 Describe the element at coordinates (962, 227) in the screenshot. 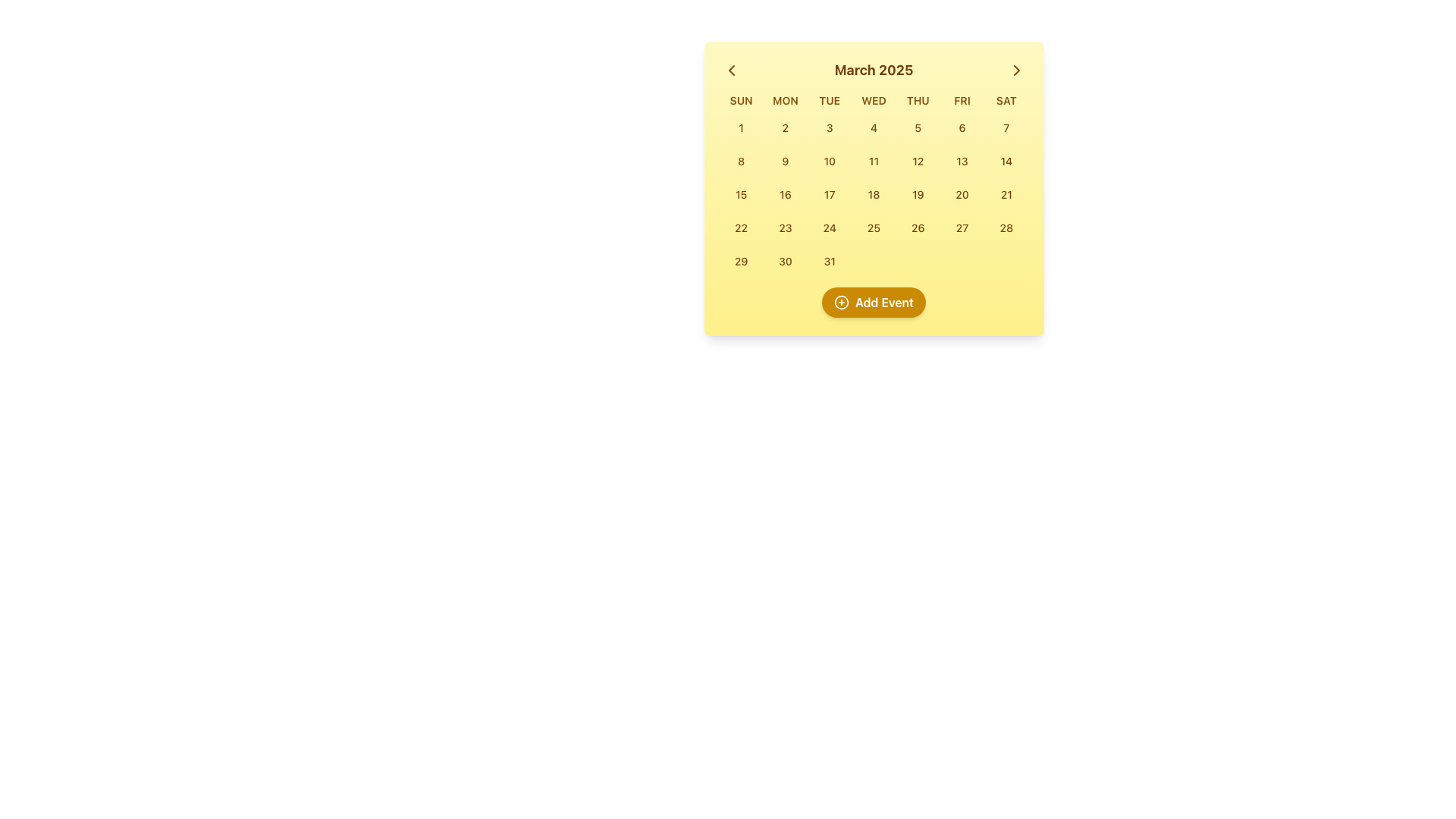

I see `the Text Display representing the date '27' in the calendar grid for March 2025` at that location.